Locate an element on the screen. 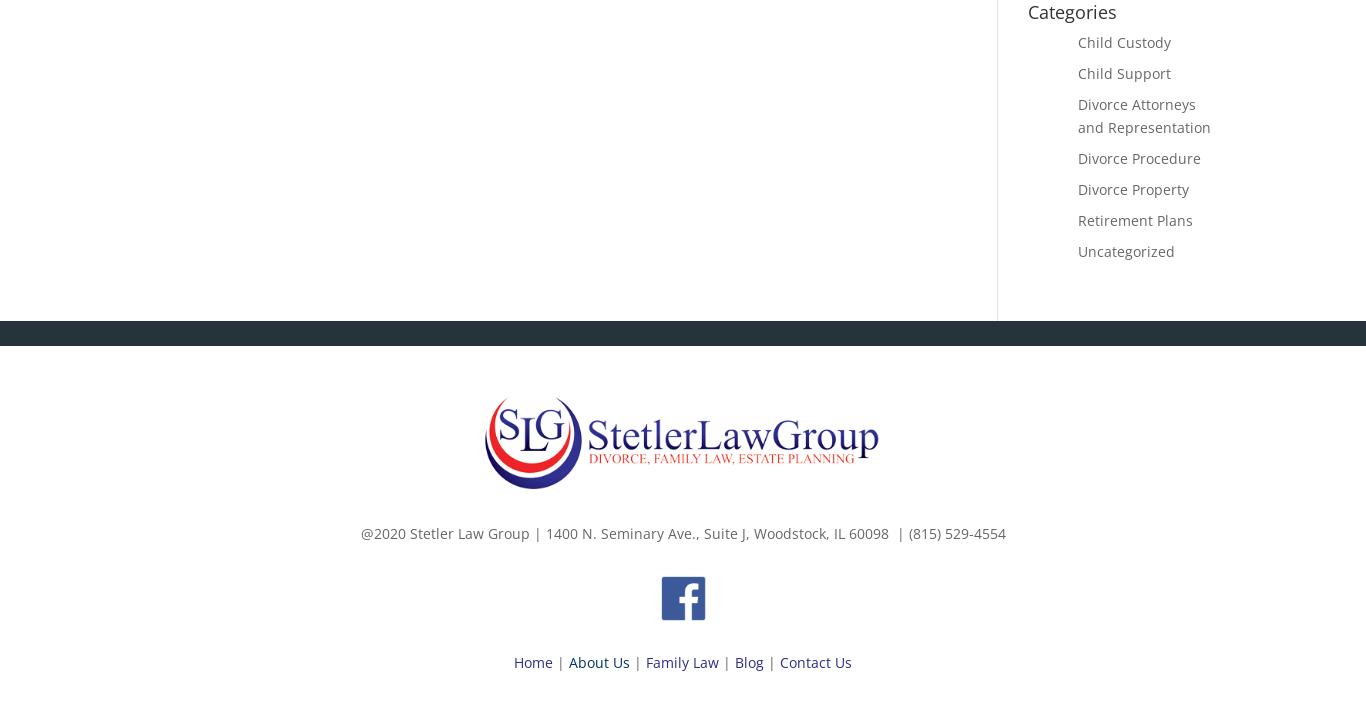 The image size is (1366, 701). 'Contact Us' is located at coordinates (815, 661).